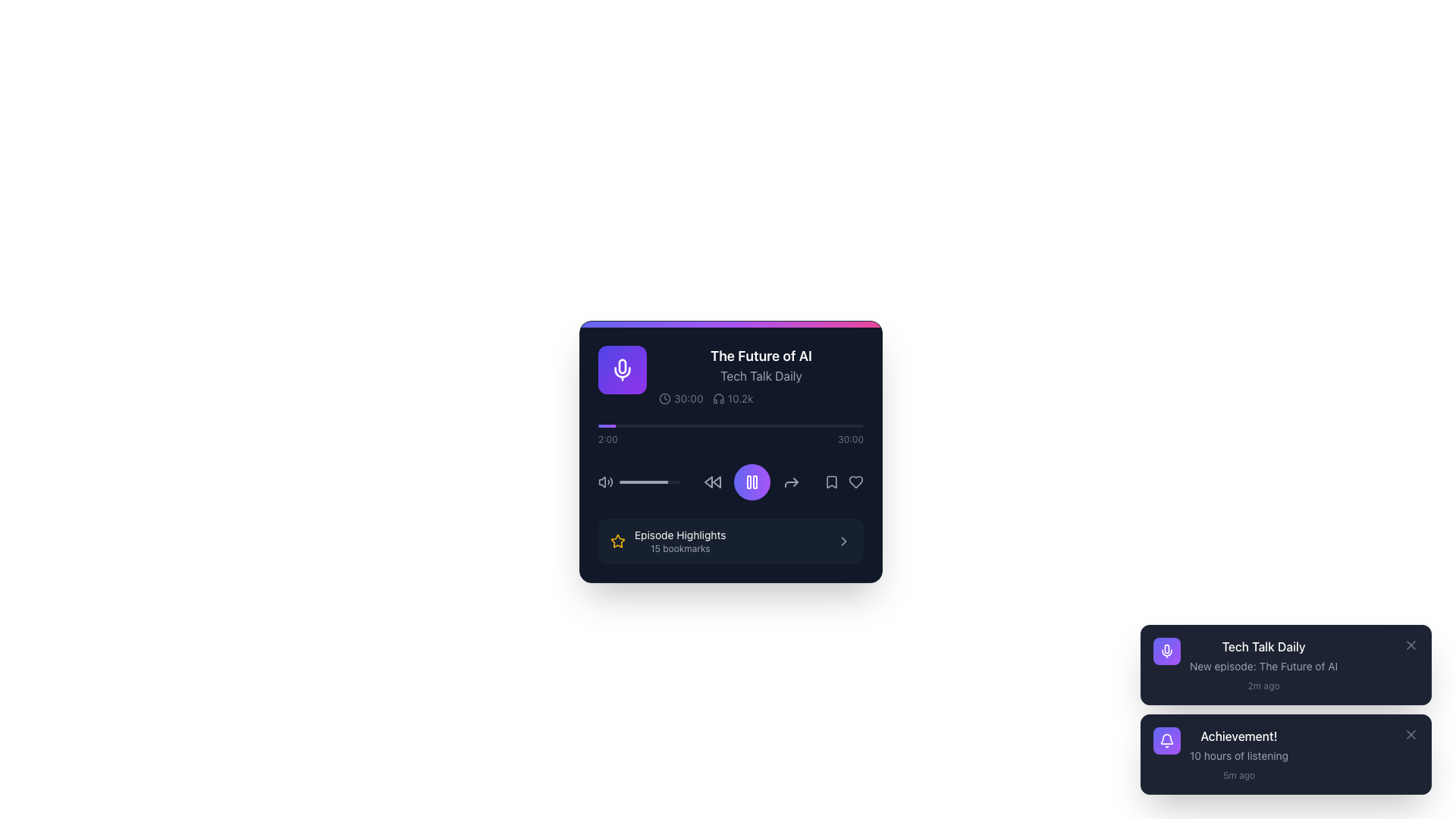 The width and height of the screenshot is (1456, 819). Describe the element at coordinates (1410, 733) in the screenshot. I see `the close button located in the top-right corner of the notification card labeled 'Achievement! 10 hours of listening 5m ago'` at that location.